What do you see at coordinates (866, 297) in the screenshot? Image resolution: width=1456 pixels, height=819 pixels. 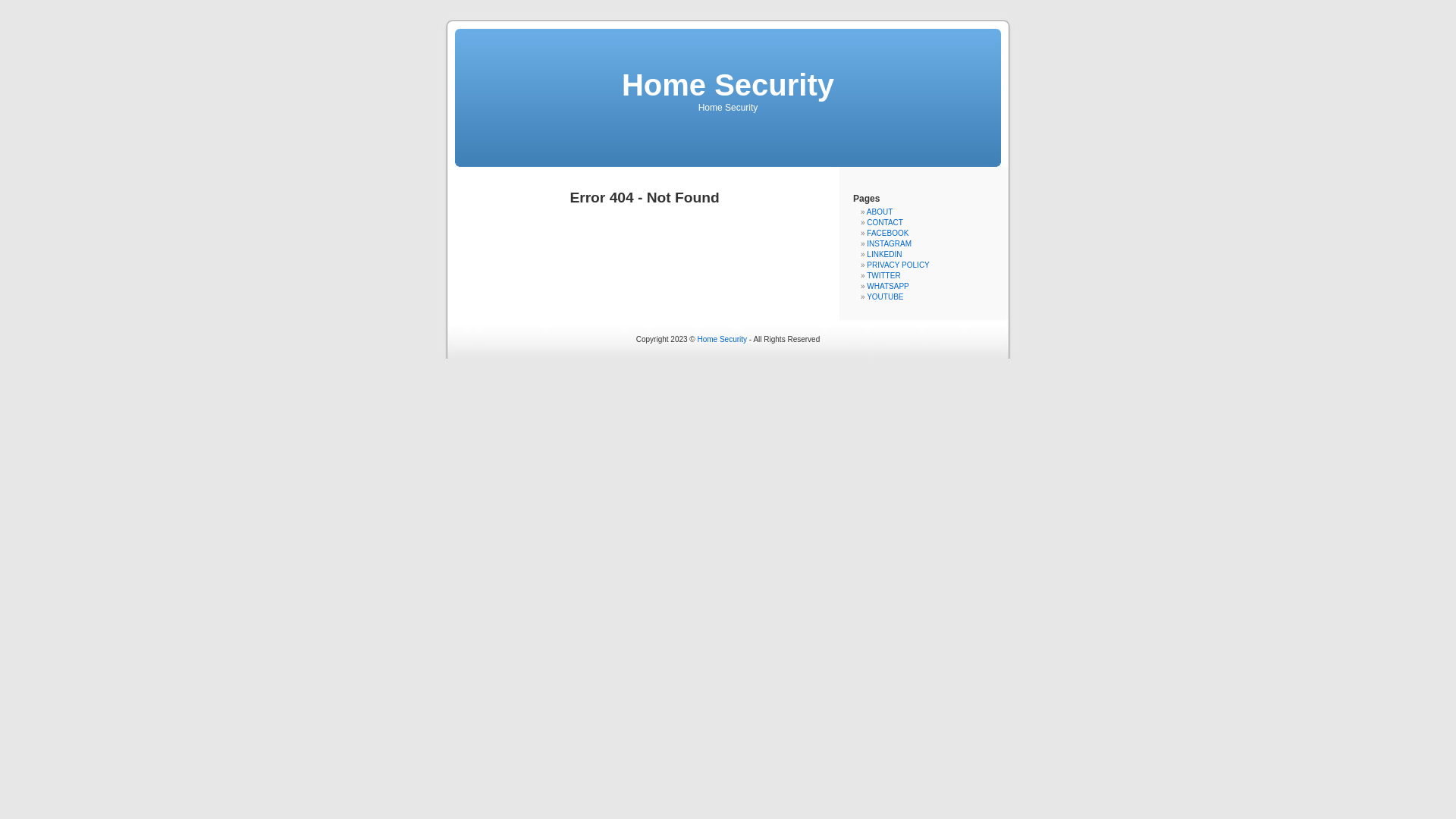 I see `'YOUTUBE'` at bounding box center [866, 297].